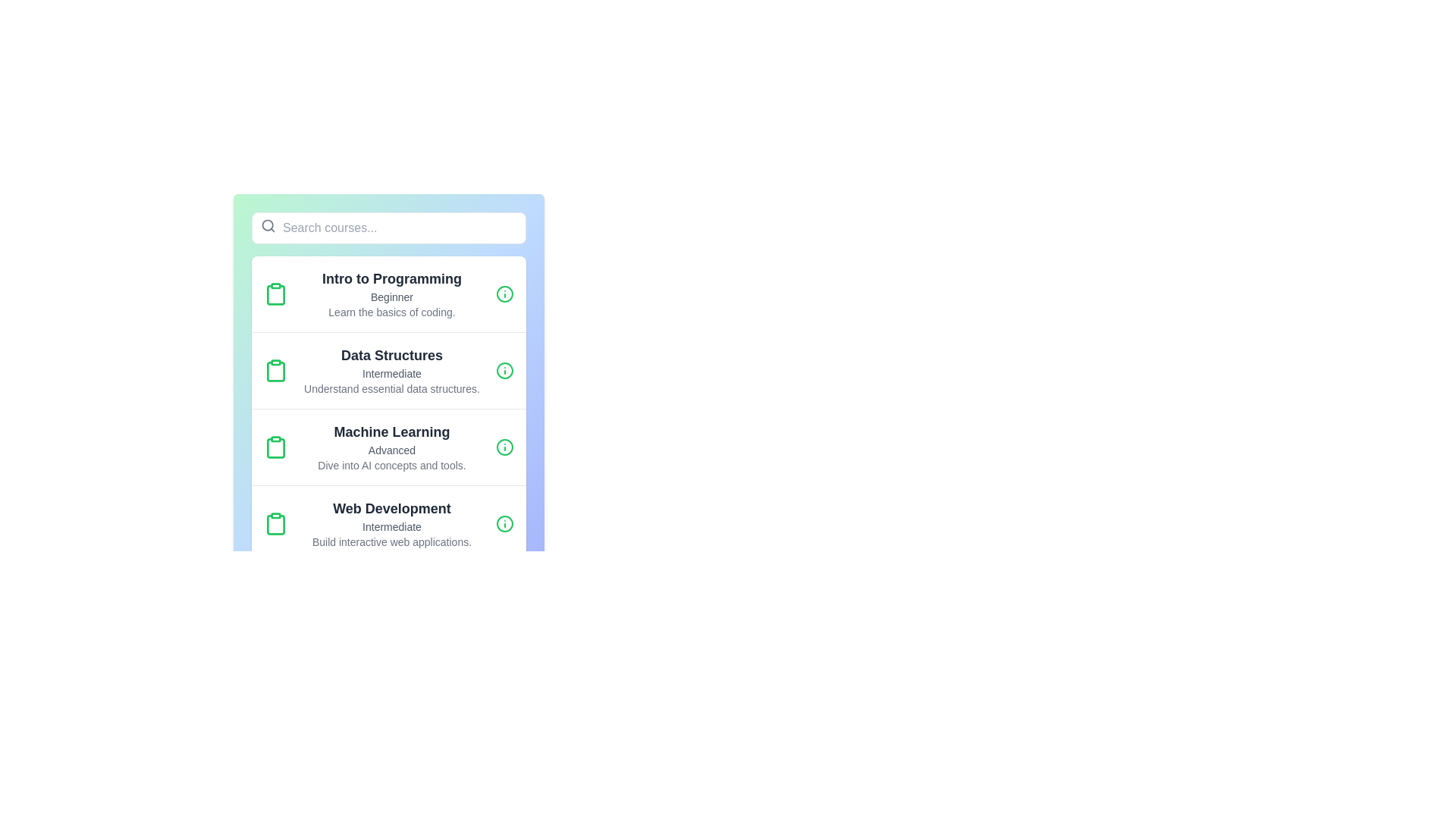 This screenshot has width=1456, height=819. What do you see at coordinates (276, 295) in the screenshot?
I see `the Icon or SVG graphic representing the first course item, which is located to the left of the text 'Intro to Programming'` at bounding box center [276, 295].